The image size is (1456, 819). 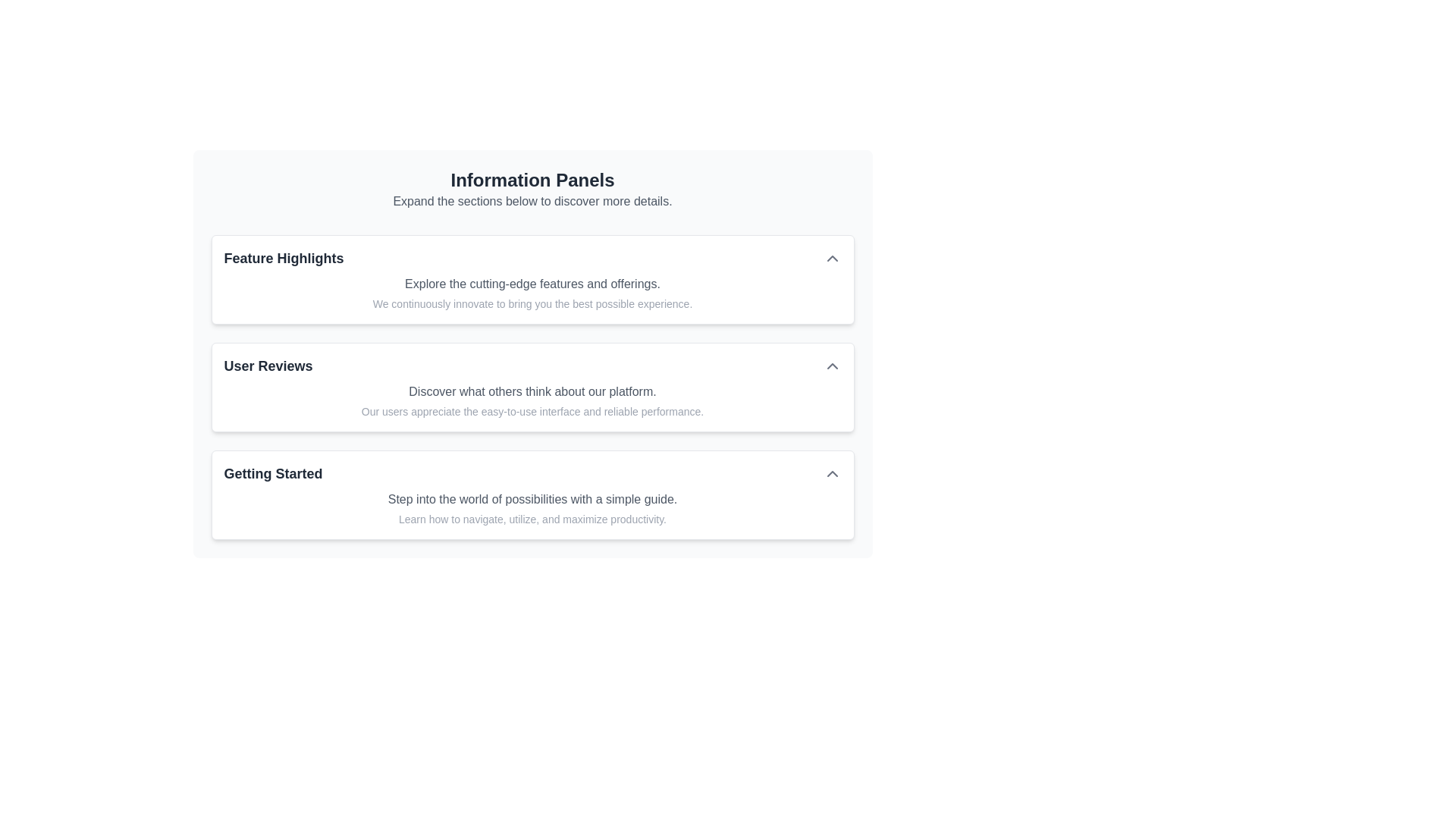 I want to click on the text label displaying 'Feature Highlights' which is prominently placed within its section header, so click(x=284, y=257).